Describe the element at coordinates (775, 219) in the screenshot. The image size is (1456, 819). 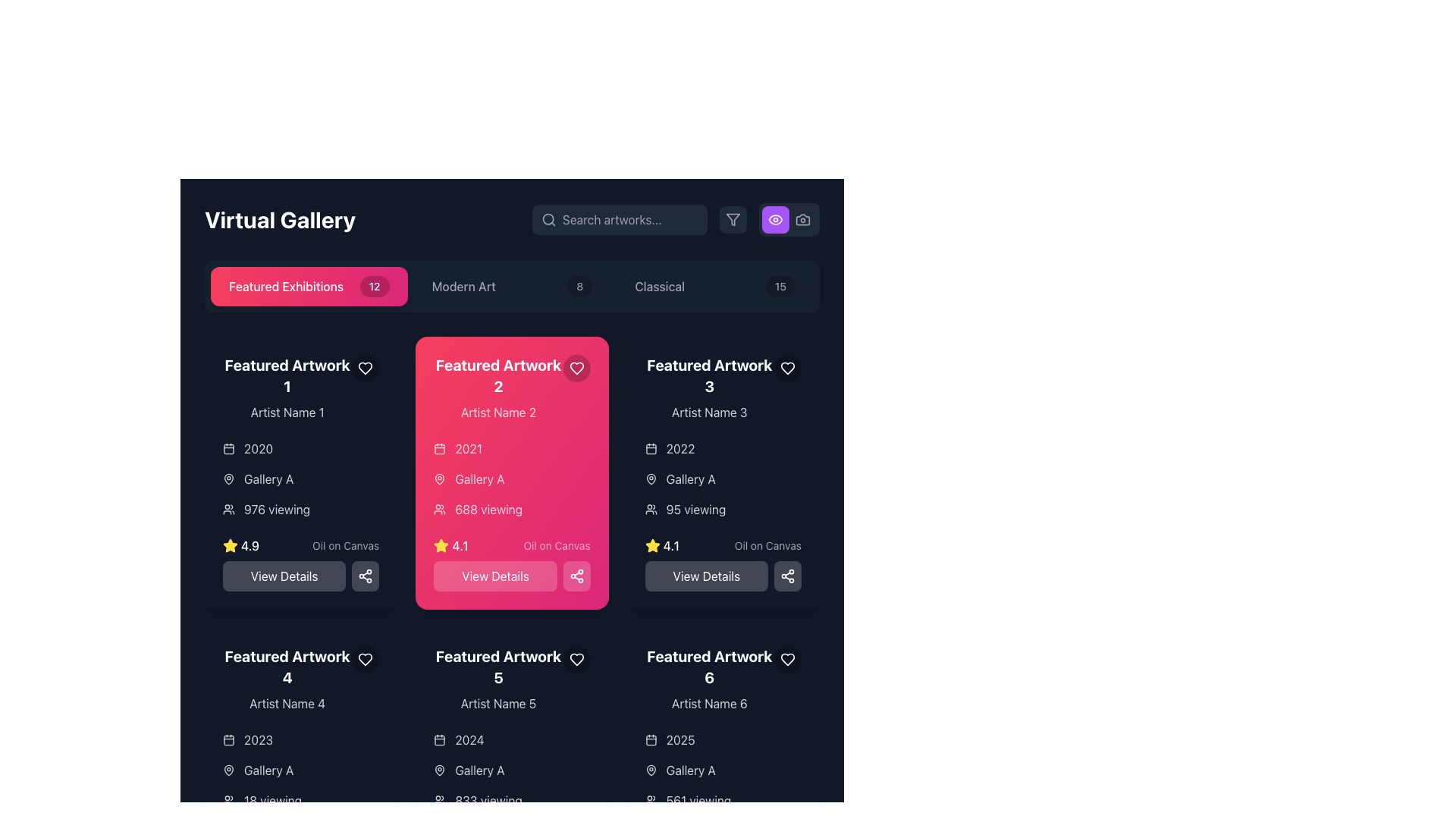
I see `the outer curve of the eye icon, which is a part of the SVG element located on the right side of the app header, near the camera icon` at that location.